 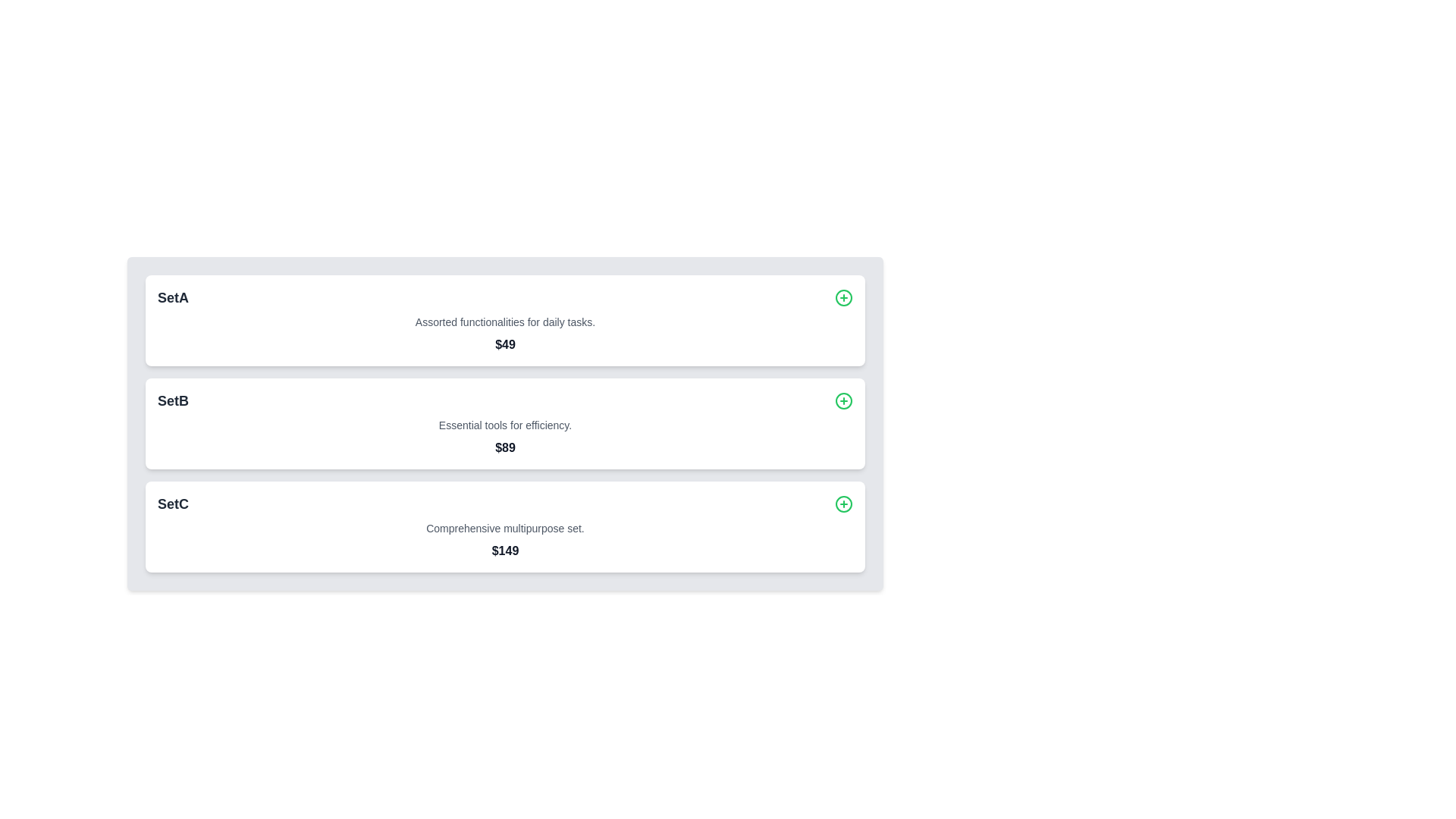 I want to click on text content of the descriptive text label located below the heading 'SetA' and above the price label '$49', so click(x=505, y=321).